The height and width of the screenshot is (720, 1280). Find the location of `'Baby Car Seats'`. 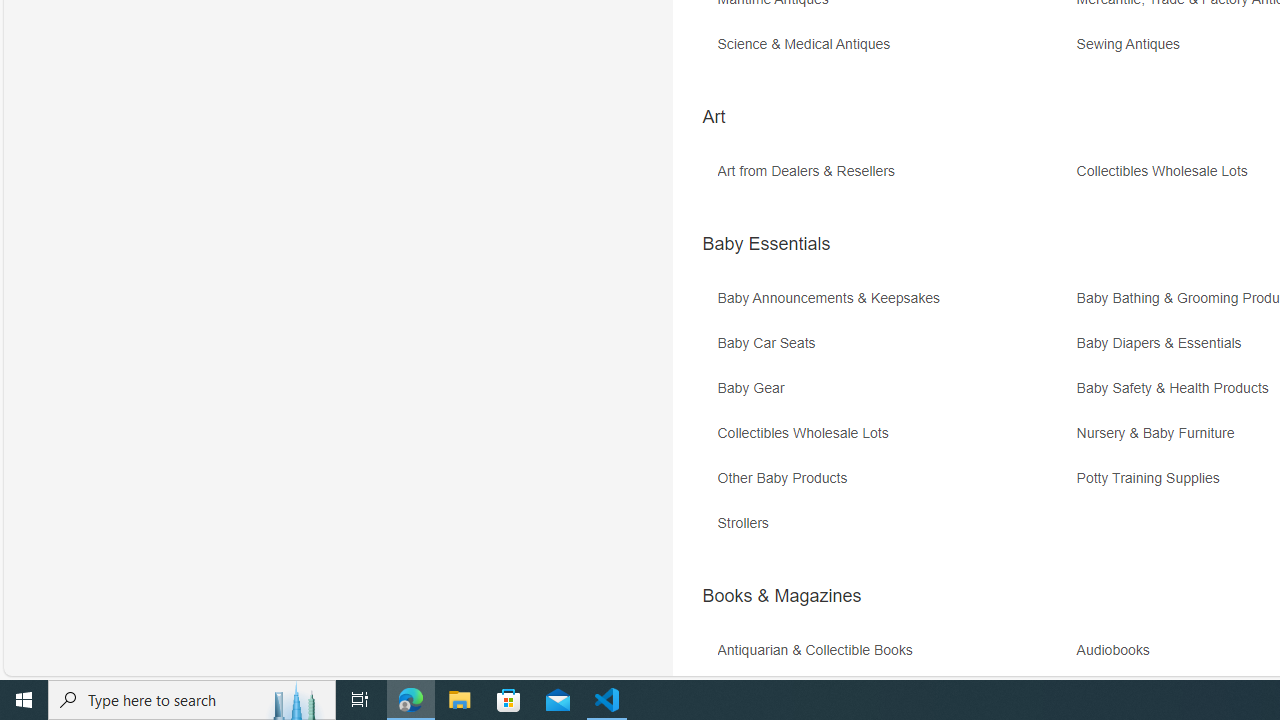

'Baby Car Seats' is located at coordinates (893, 349).